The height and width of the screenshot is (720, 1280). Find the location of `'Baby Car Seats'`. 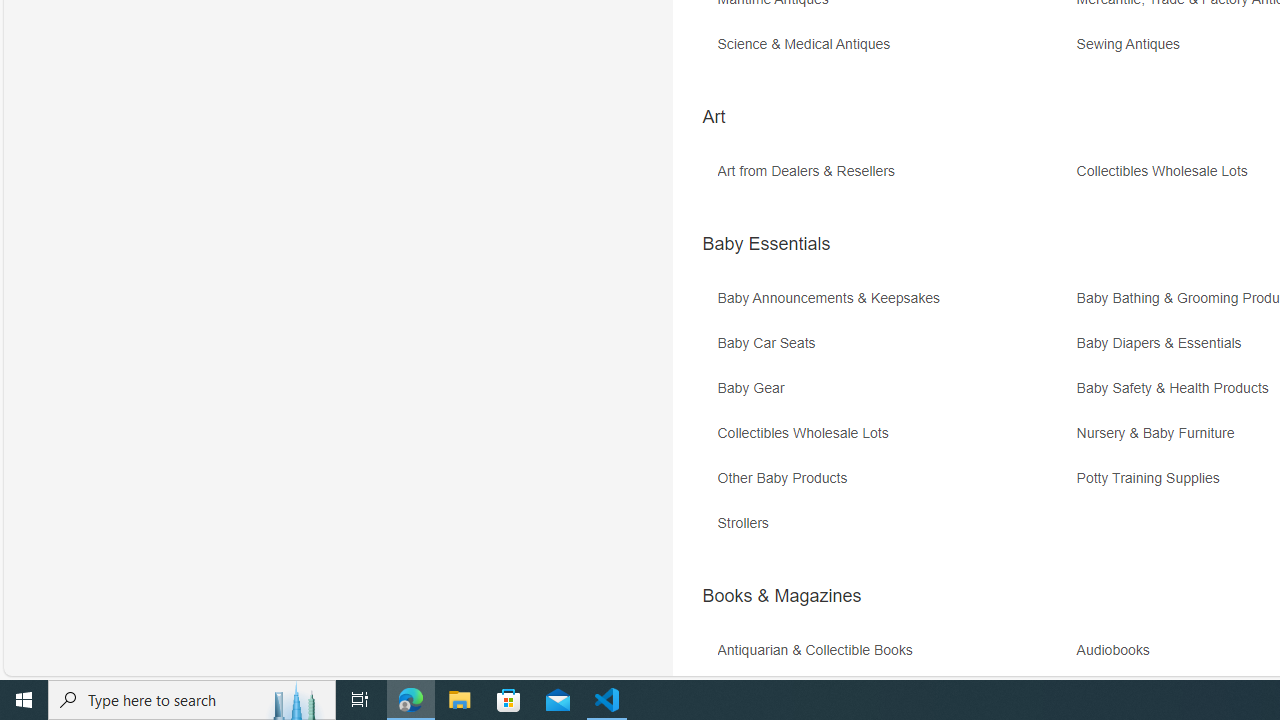

'Baby Car Seats' is located at coordinates (893, 349).